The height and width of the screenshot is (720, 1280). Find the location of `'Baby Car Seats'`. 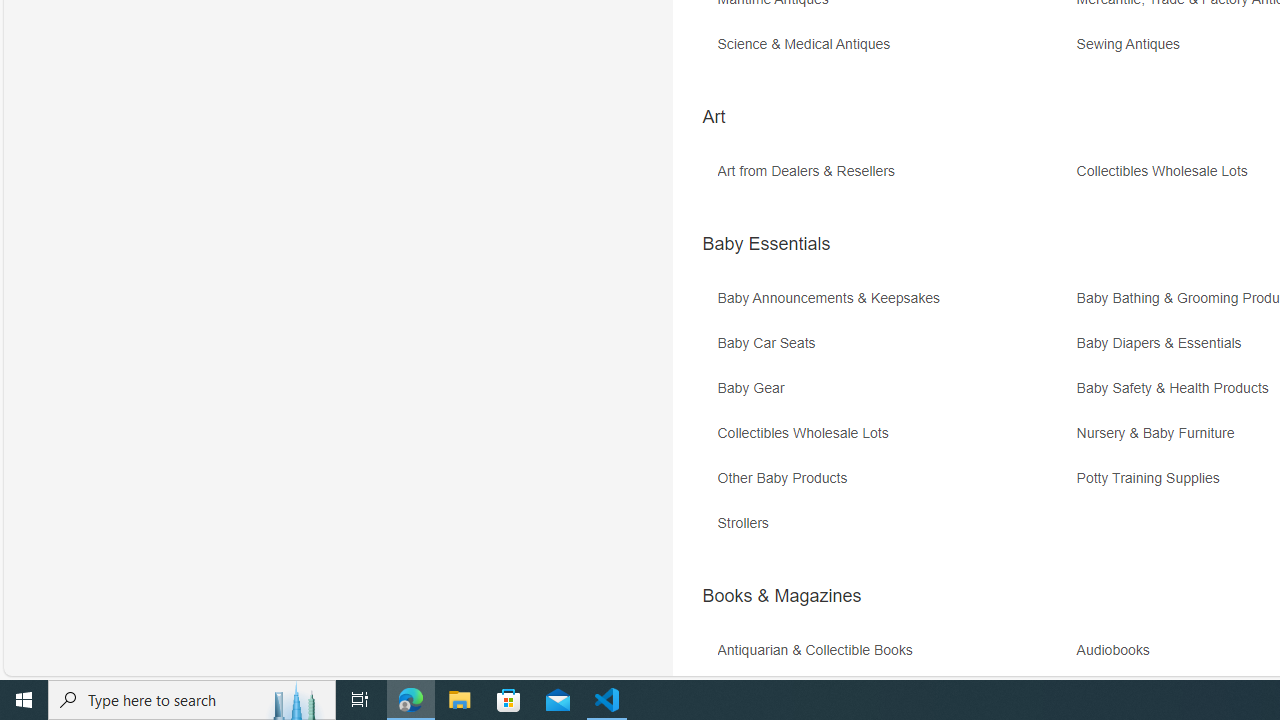

'Baby Car Seats' is located at coordinates (893, 349).